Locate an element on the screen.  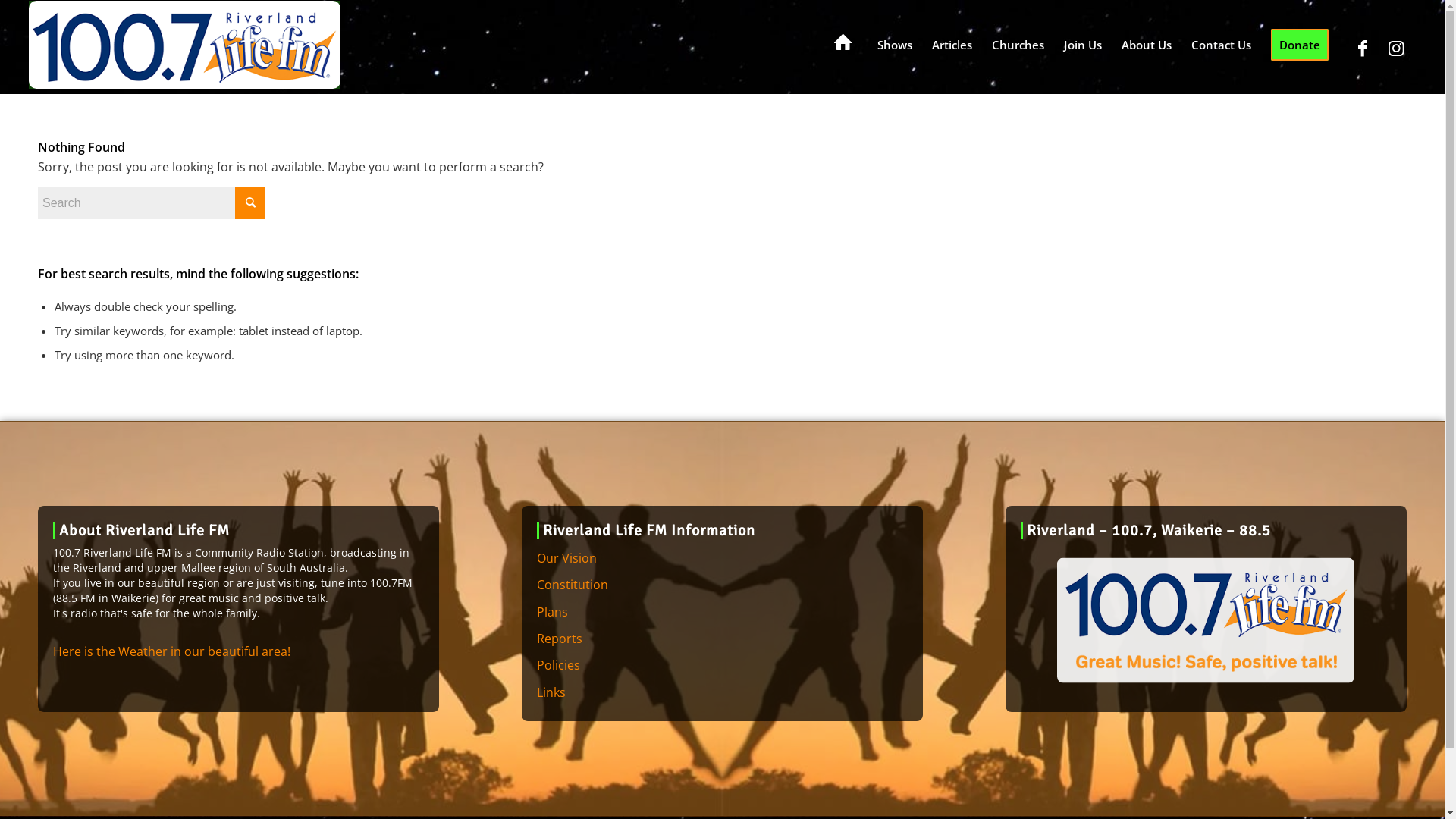
'Join Us' is located at coordinates (1053, 43).